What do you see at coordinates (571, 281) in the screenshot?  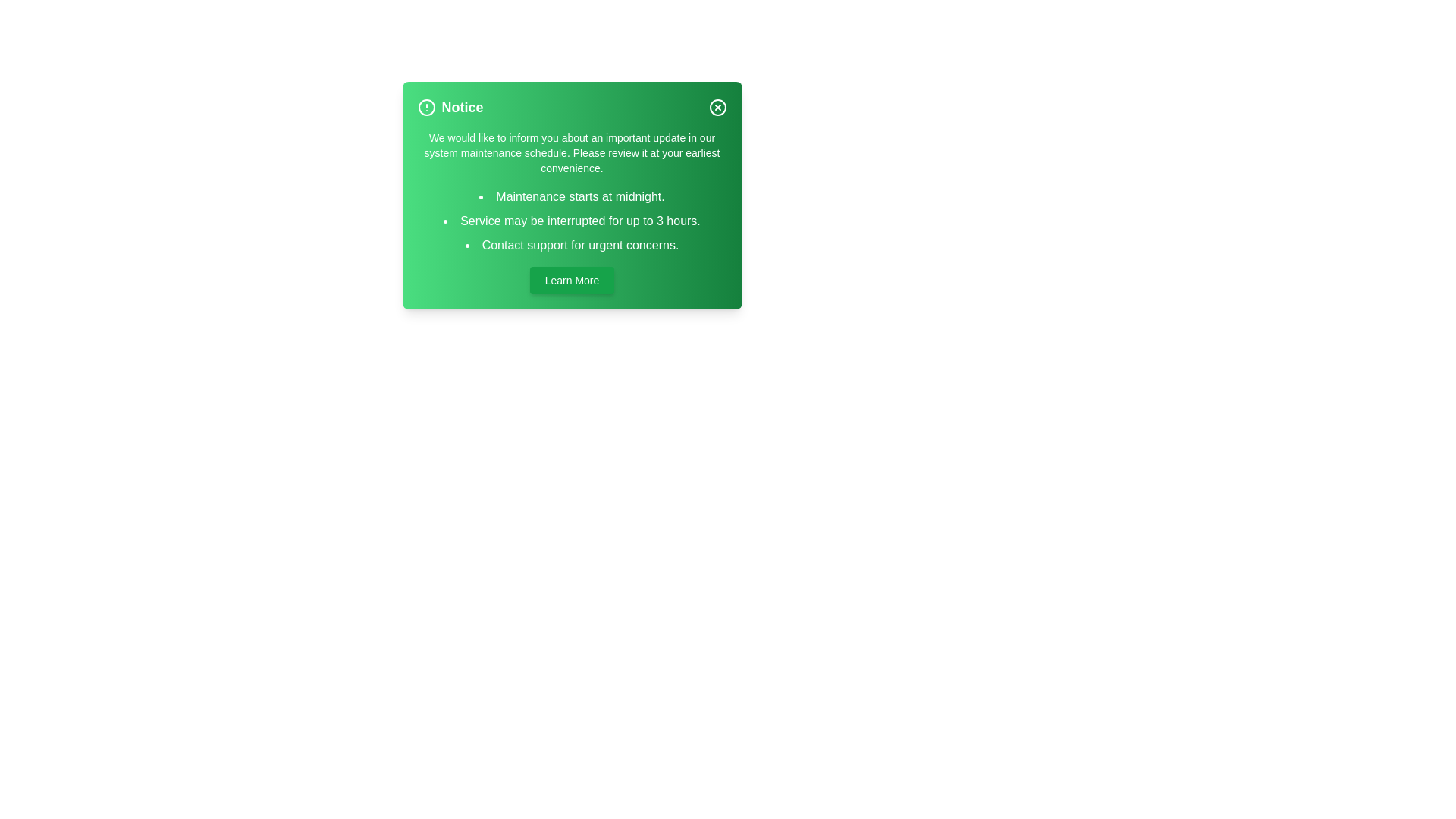 I see `the 'Learn More' button, which is a rectangular button with a green background and white text` at bounding box center [571, 281].